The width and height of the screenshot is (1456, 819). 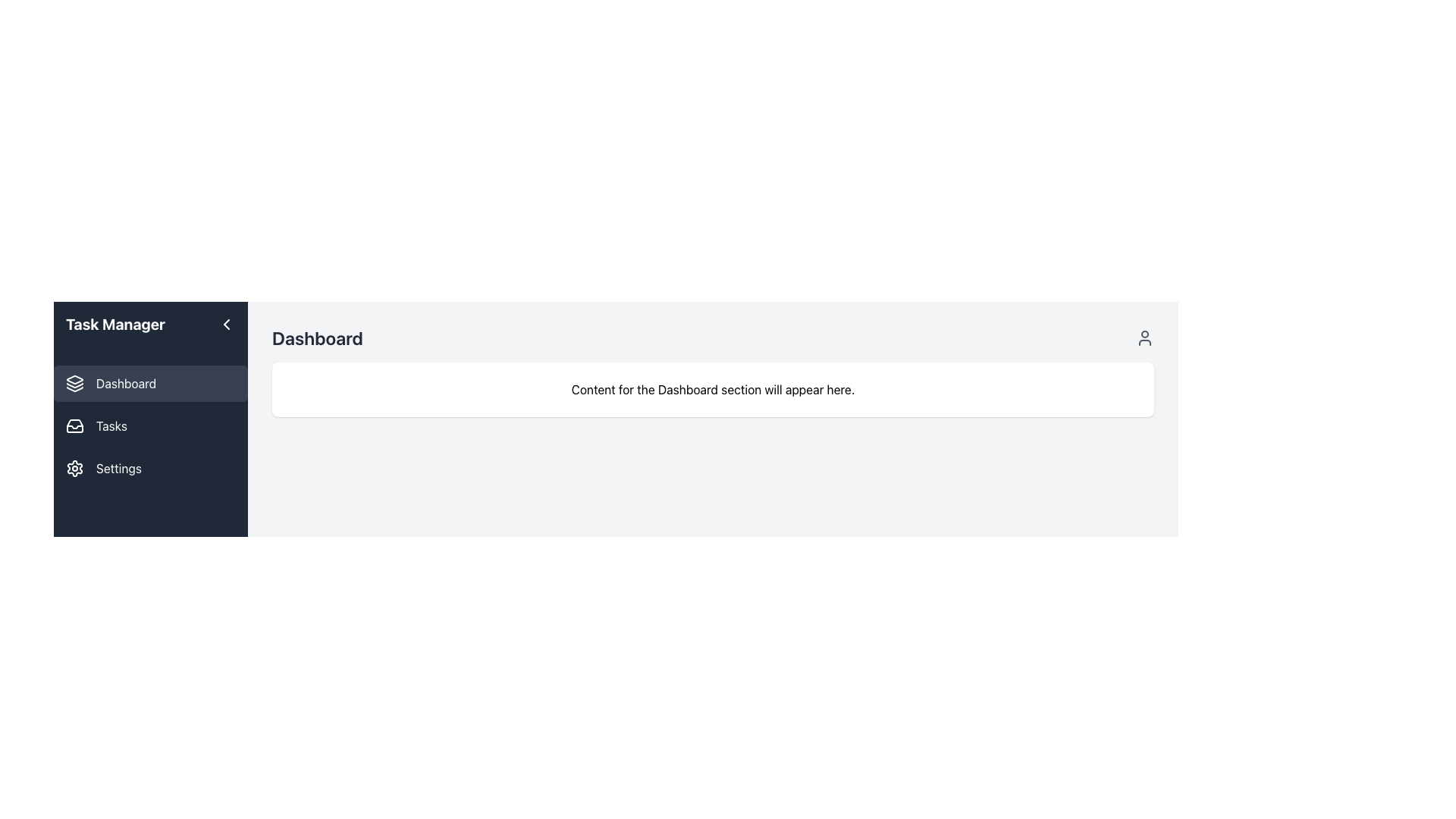 What do you see at coordinates (74, 467) in the screenshot?
I see `the cogwheel icon located beside the 'Settings' label in the left sidebar menu` at bounding box center [74, 467].